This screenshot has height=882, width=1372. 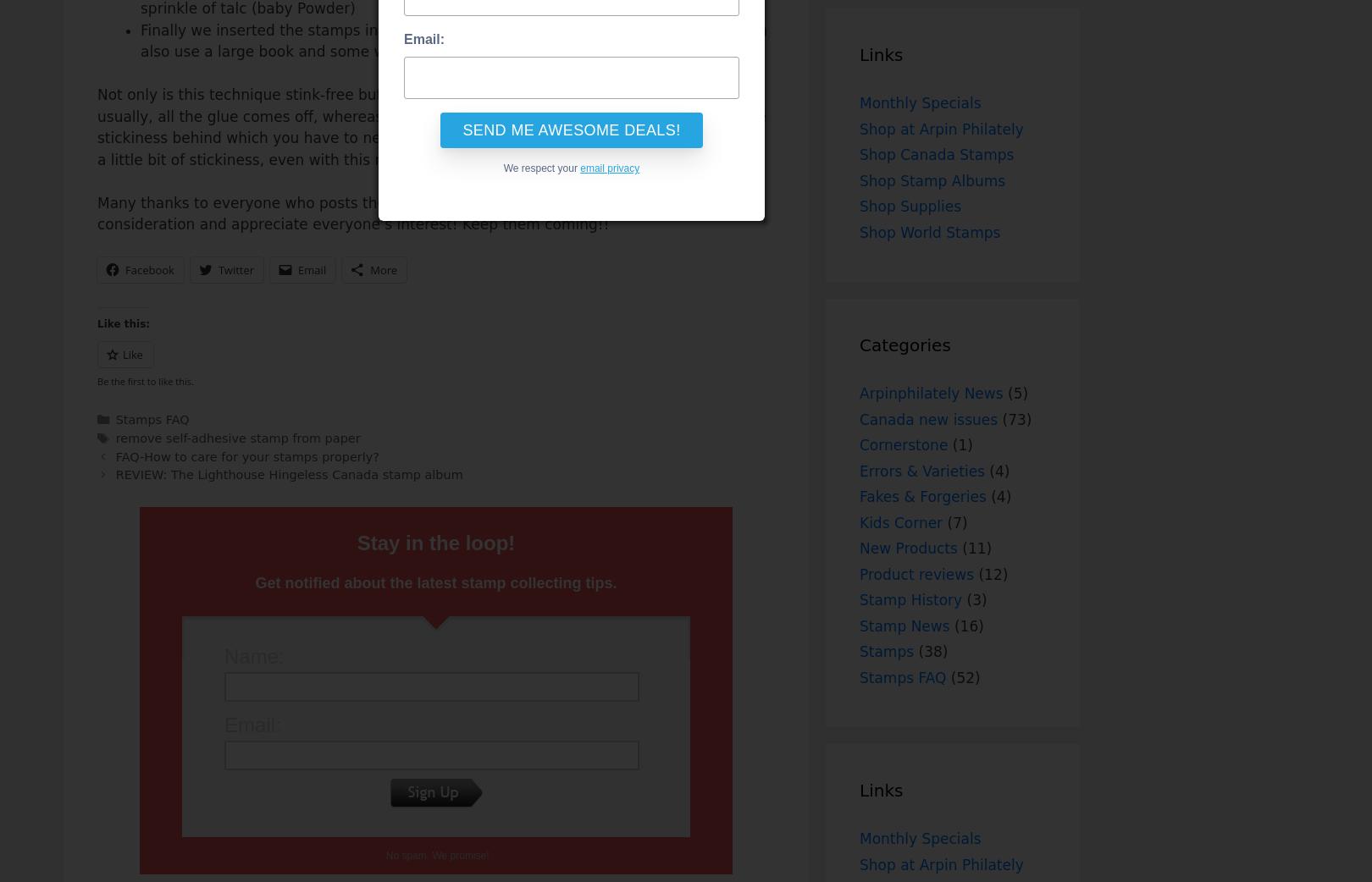 I want to click on 'Email', so click(x=311, y=269).